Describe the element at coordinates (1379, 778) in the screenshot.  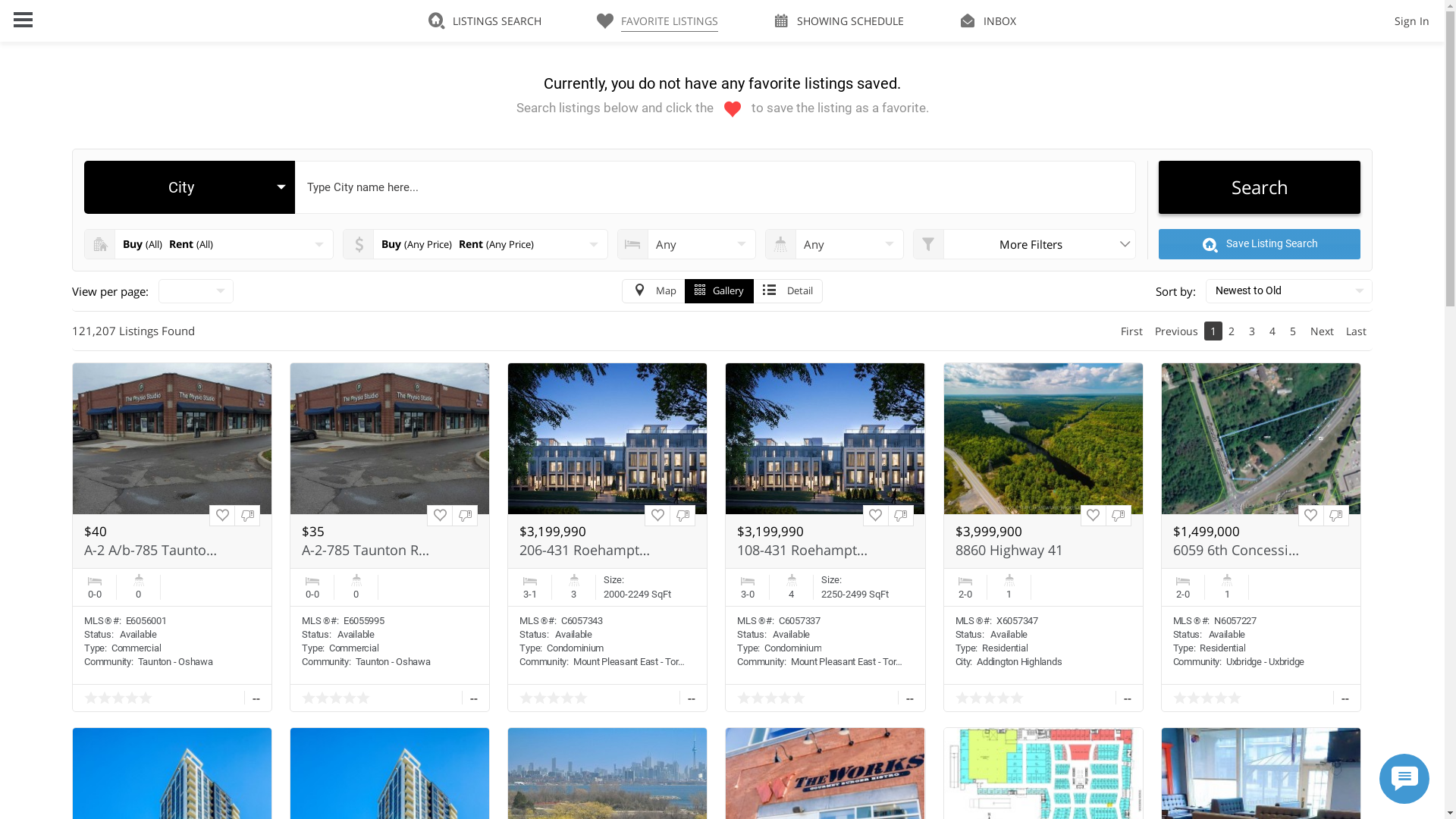
I see `'Live Chat'` at that location.